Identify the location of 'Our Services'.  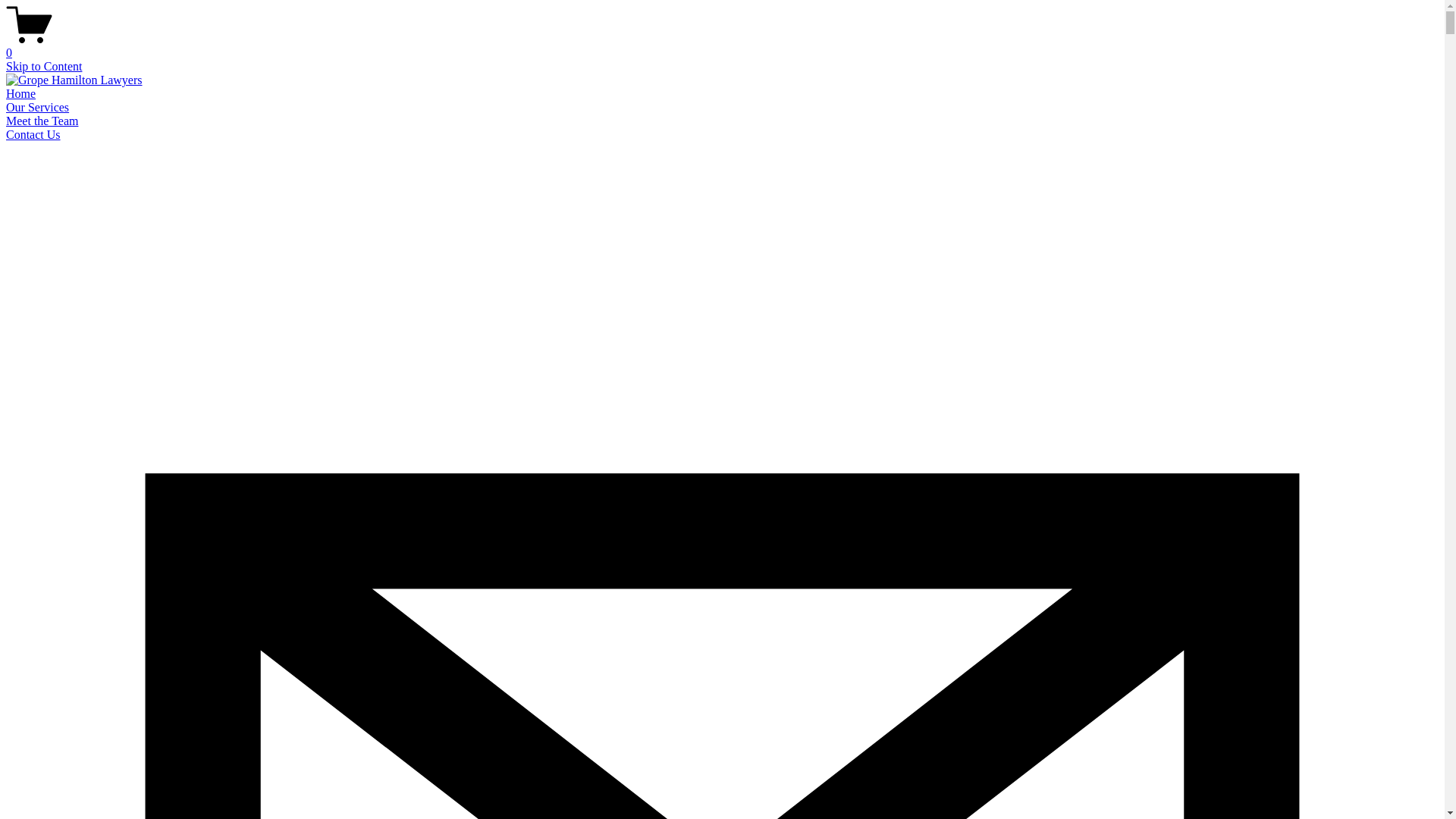
(37, 106).